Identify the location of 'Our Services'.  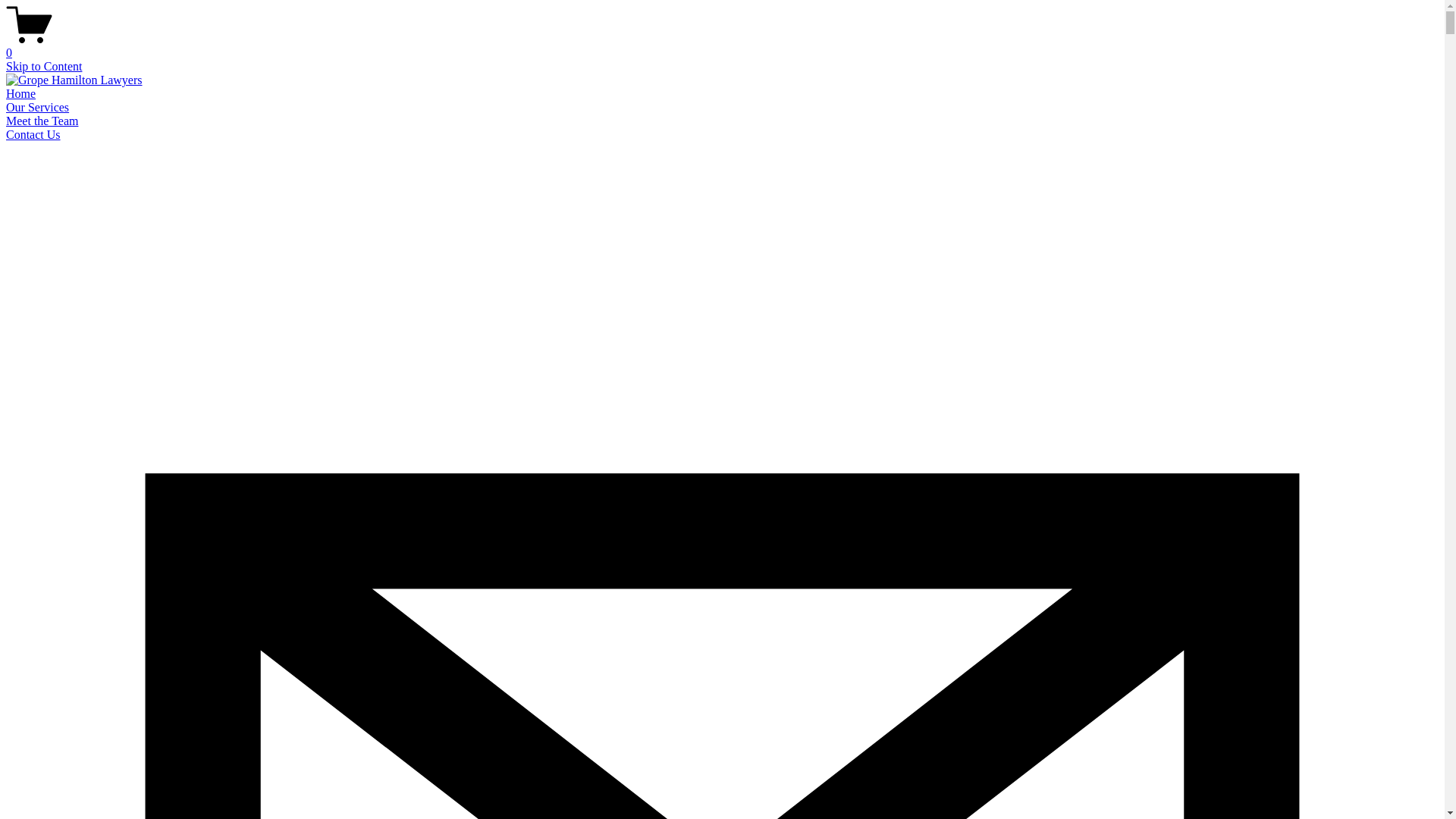
(37, 106).